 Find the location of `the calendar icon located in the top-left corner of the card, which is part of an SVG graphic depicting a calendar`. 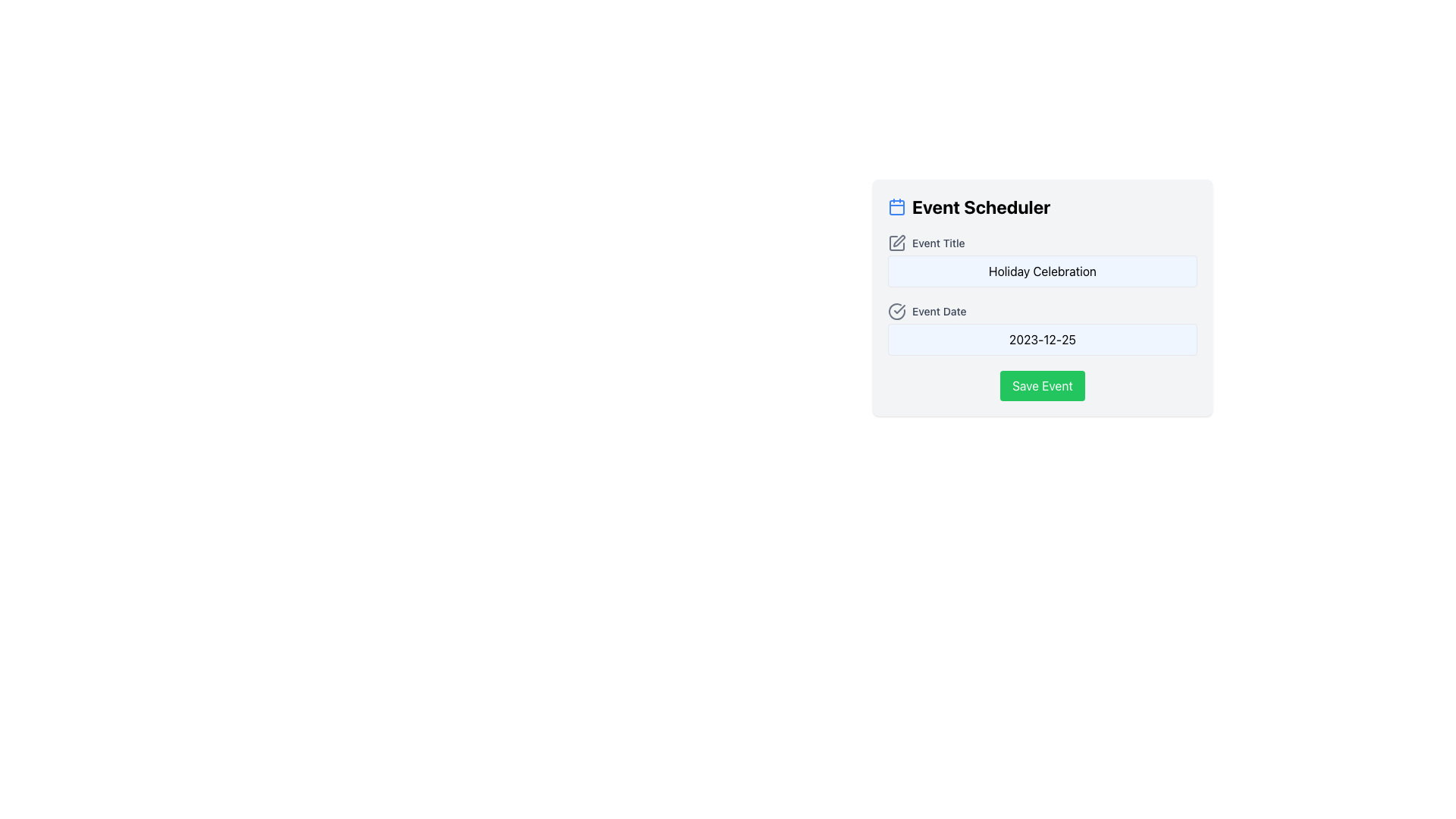

the calendar icon located in the top-left corner of the card, which is part of an SVG graphic depicting a calendar is located at coordinates (896, 207).